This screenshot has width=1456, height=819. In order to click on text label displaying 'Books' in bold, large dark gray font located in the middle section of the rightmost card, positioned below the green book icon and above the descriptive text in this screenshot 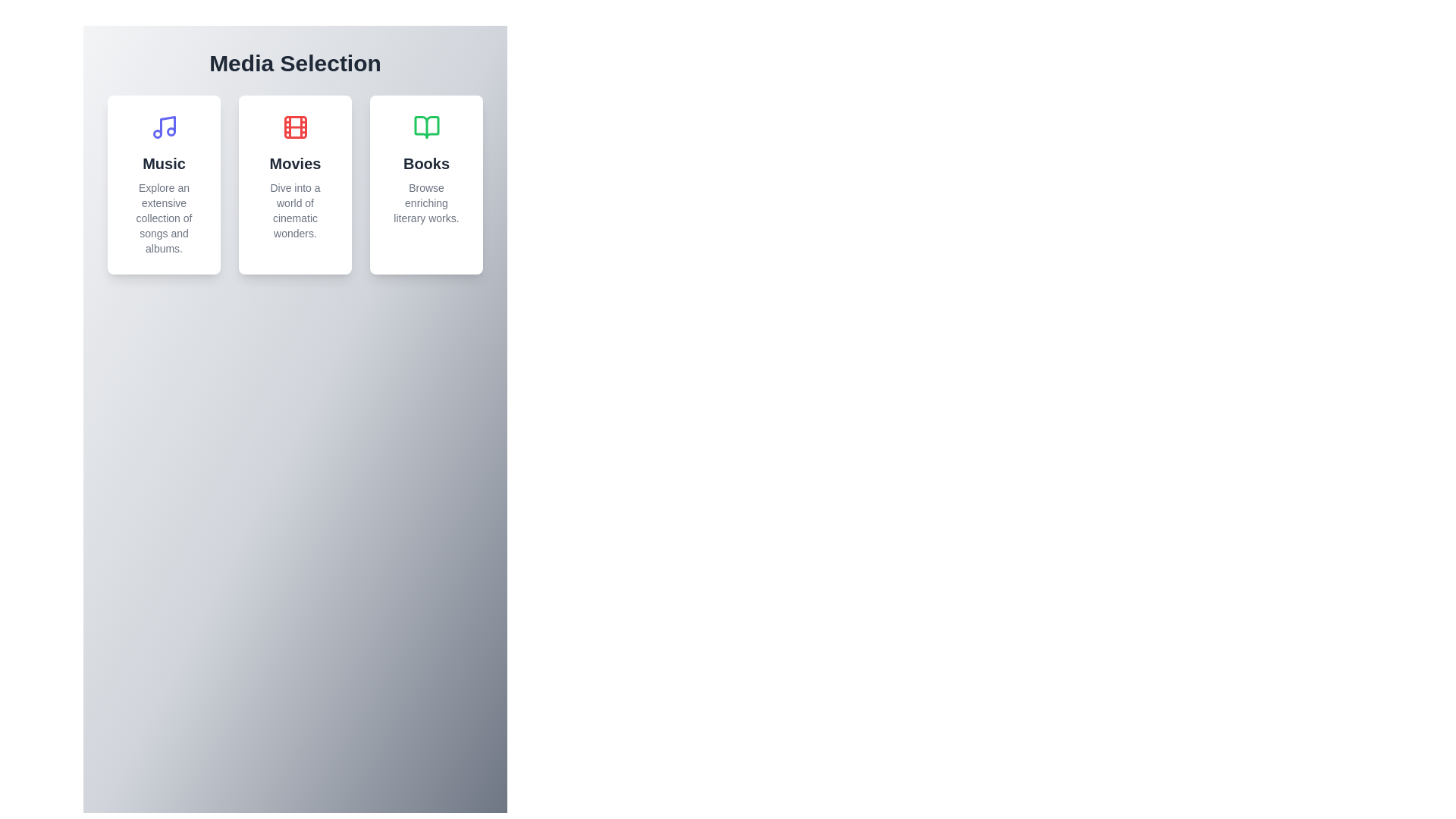, I will do `click(425, 164)`.